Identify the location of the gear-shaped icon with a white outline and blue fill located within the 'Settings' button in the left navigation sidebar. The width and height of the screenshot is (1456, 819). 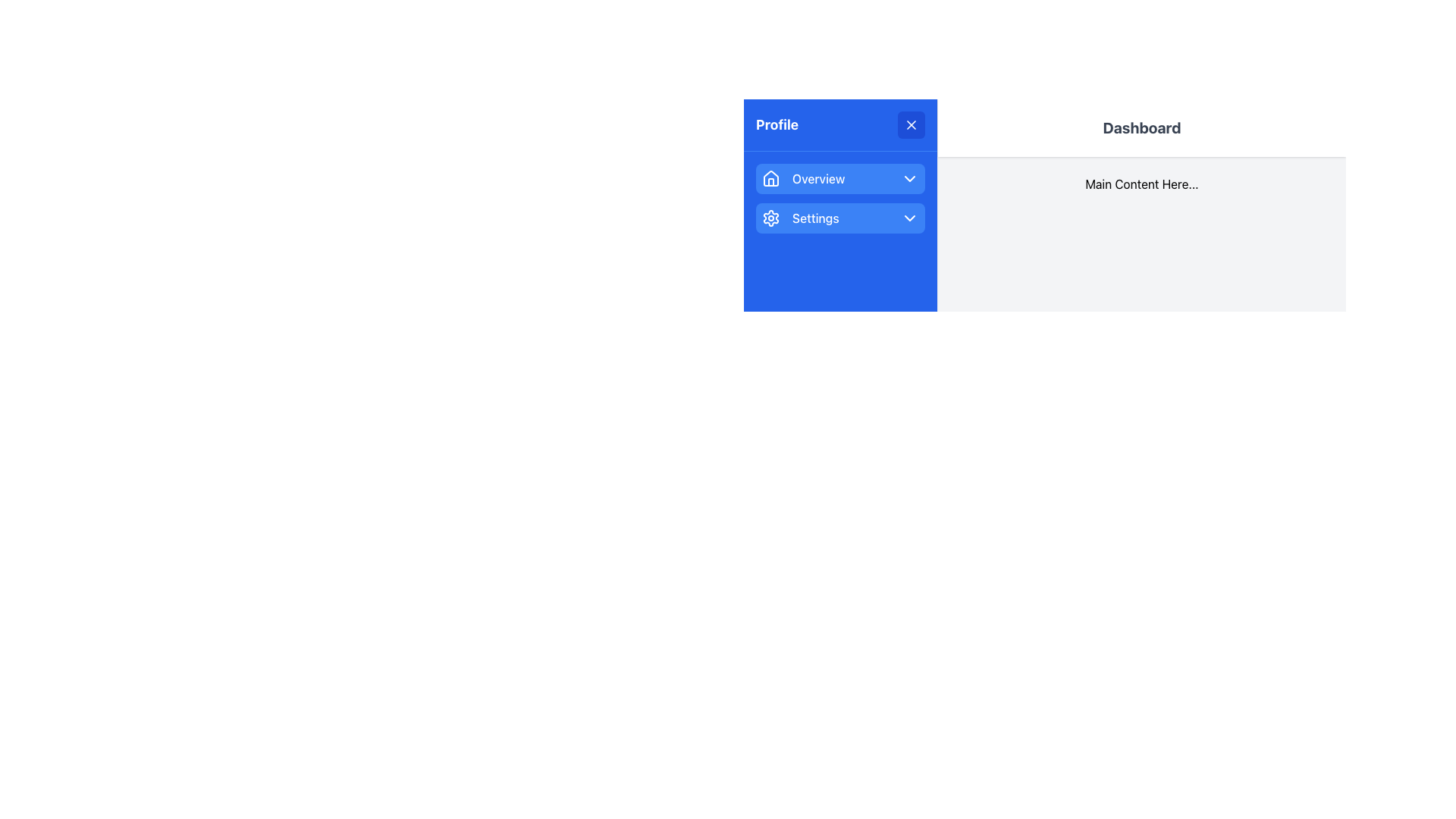
(771, 218).